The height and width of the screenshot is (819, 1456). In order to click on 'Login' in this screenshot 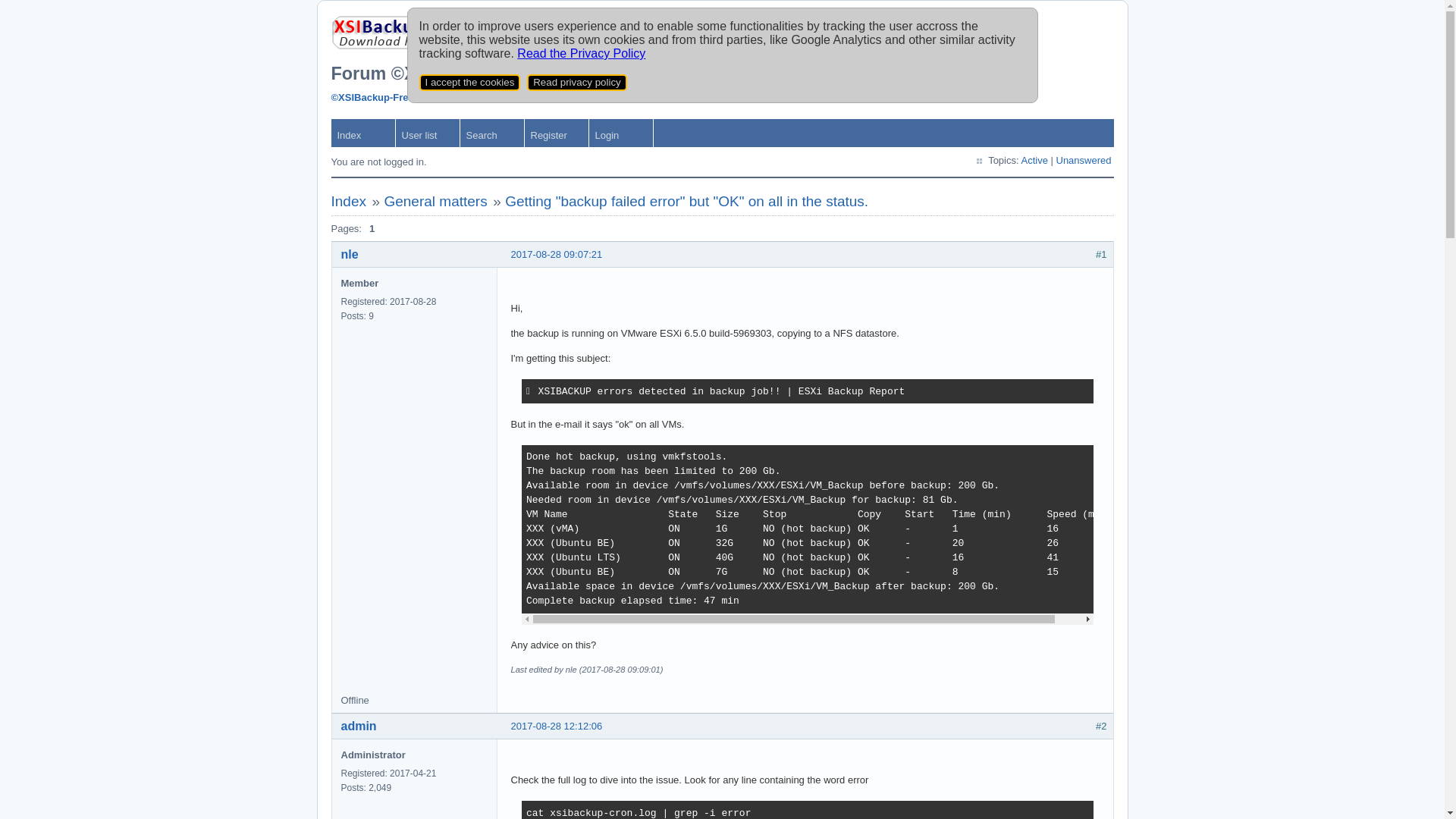, I will do `click(620, 132)`.